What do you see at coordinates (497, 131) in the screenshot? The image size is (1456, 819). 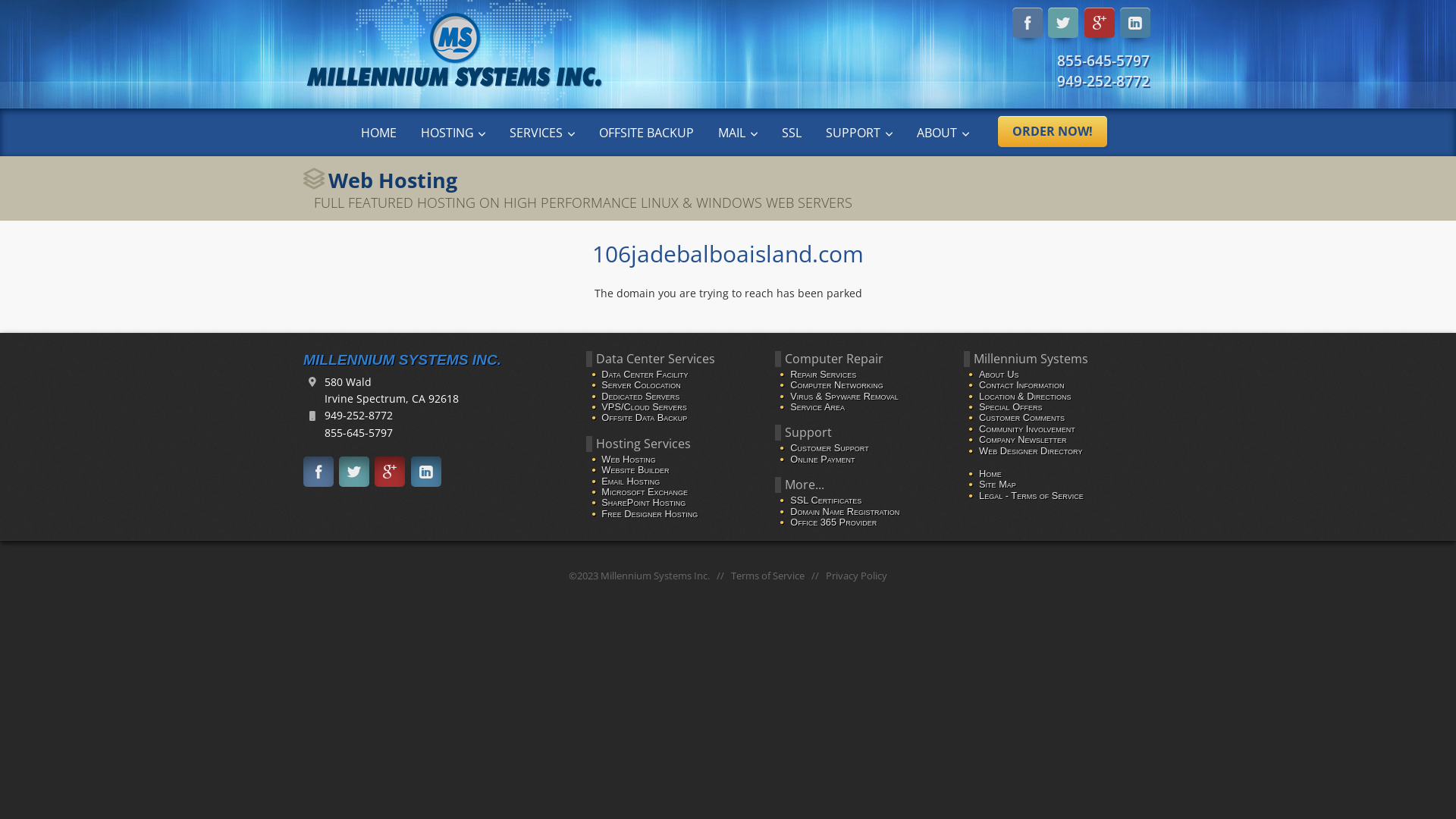 I see `'SERVICES'` at bounding box center [497, 131].